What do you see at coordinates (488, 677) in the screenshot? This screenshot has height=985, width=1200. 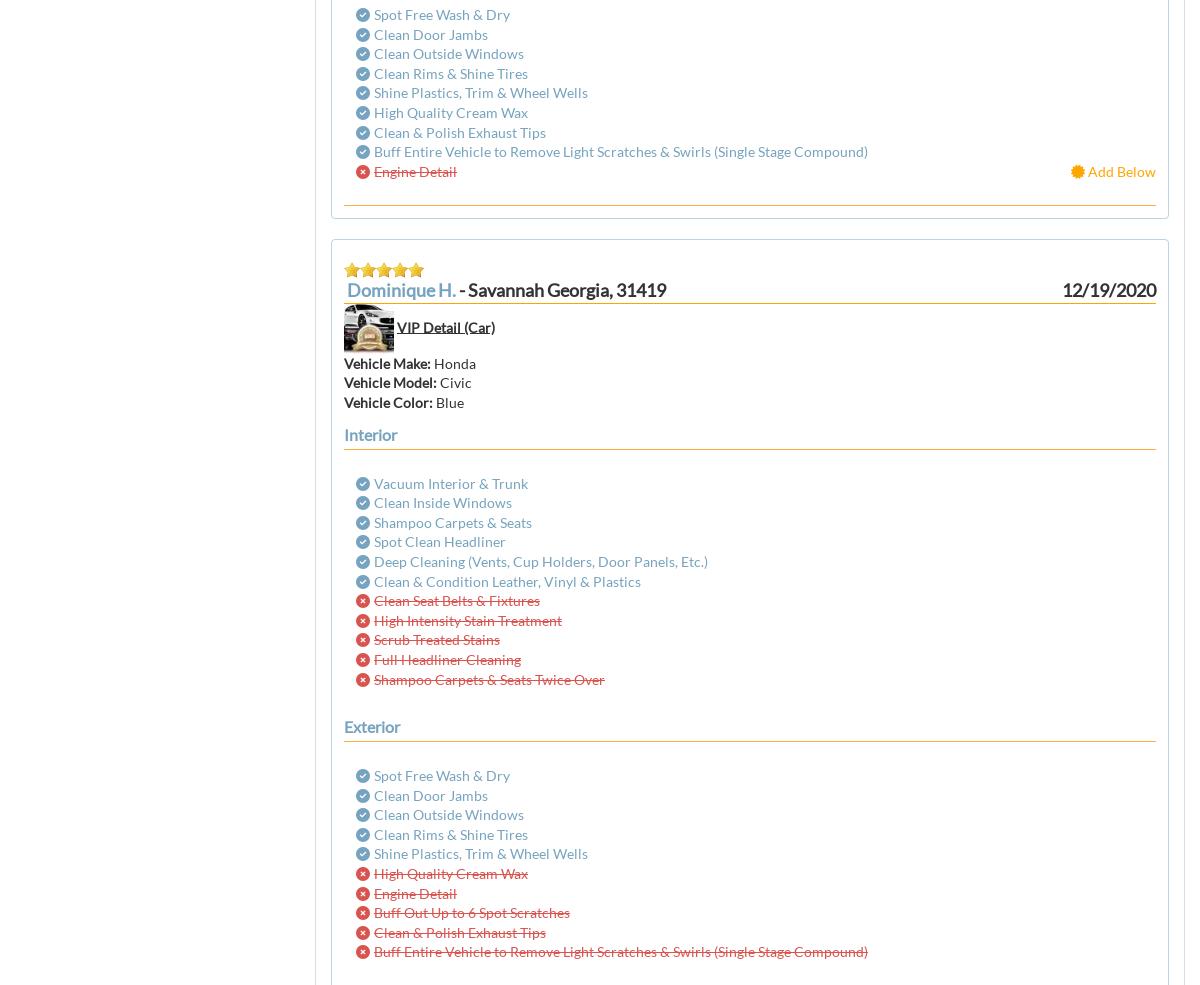 I see `'Shampoo Carpets & Seats Twice Over'` at bounding box center [488, 677].